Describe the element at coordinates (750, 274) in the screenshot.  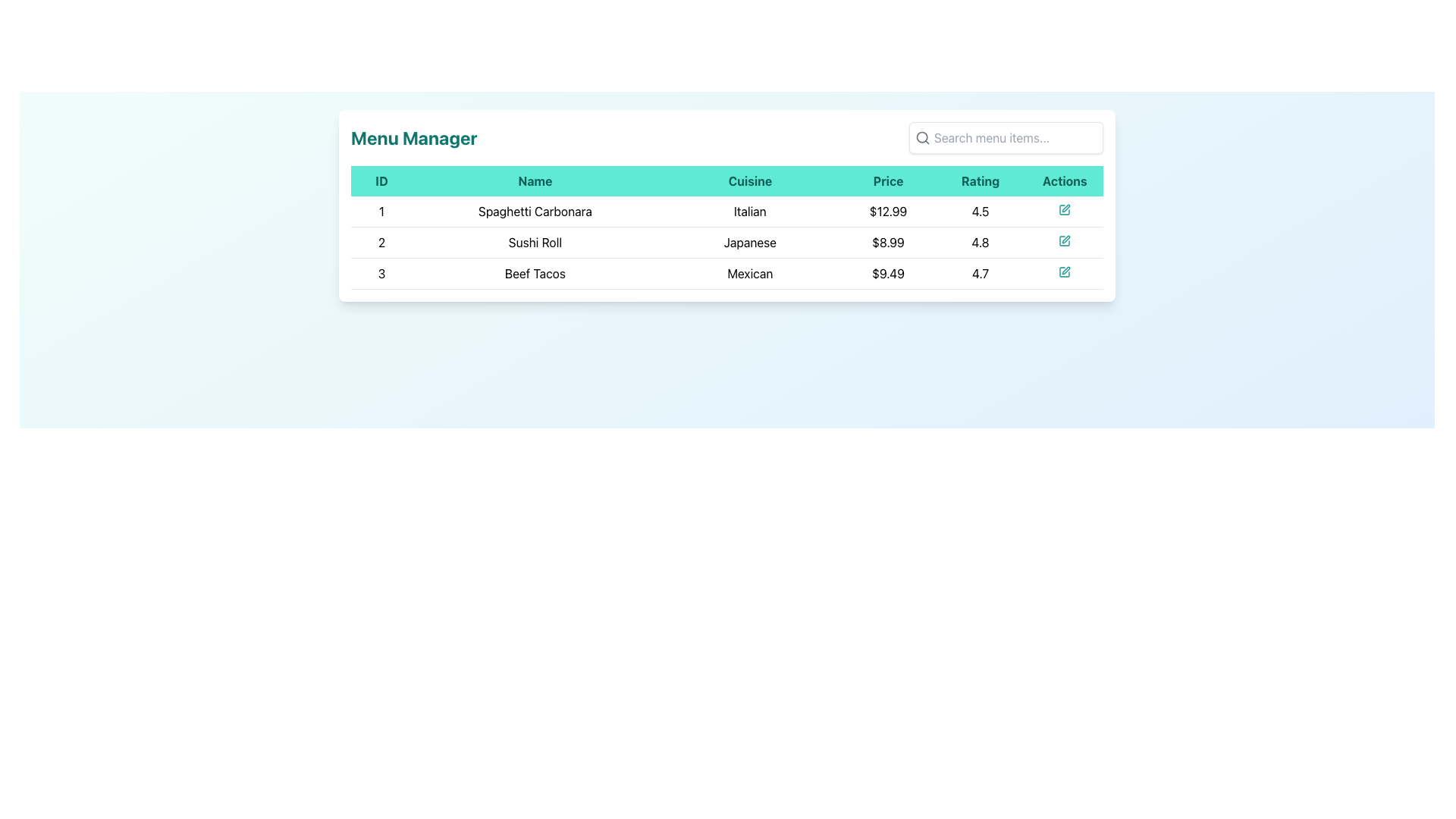
I see `the text label displaying 'Mexican' in the 'Cuisine' column of the third row in the table` at that location.